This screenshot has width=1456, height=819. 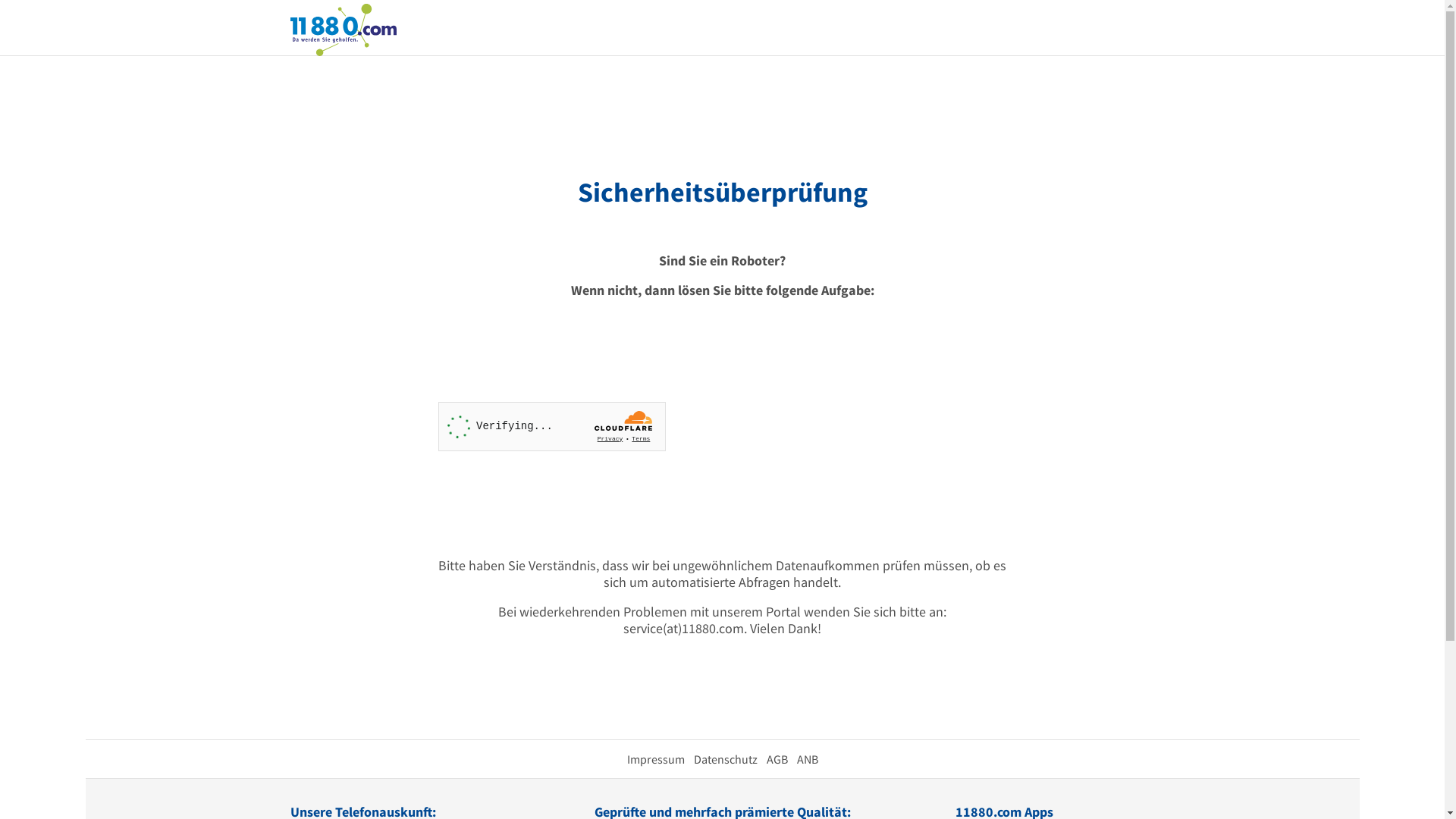 What do you see at coordinates (290, 28) in the screenshot?
I see `'11880.com'` at bounding box center [290, 28].